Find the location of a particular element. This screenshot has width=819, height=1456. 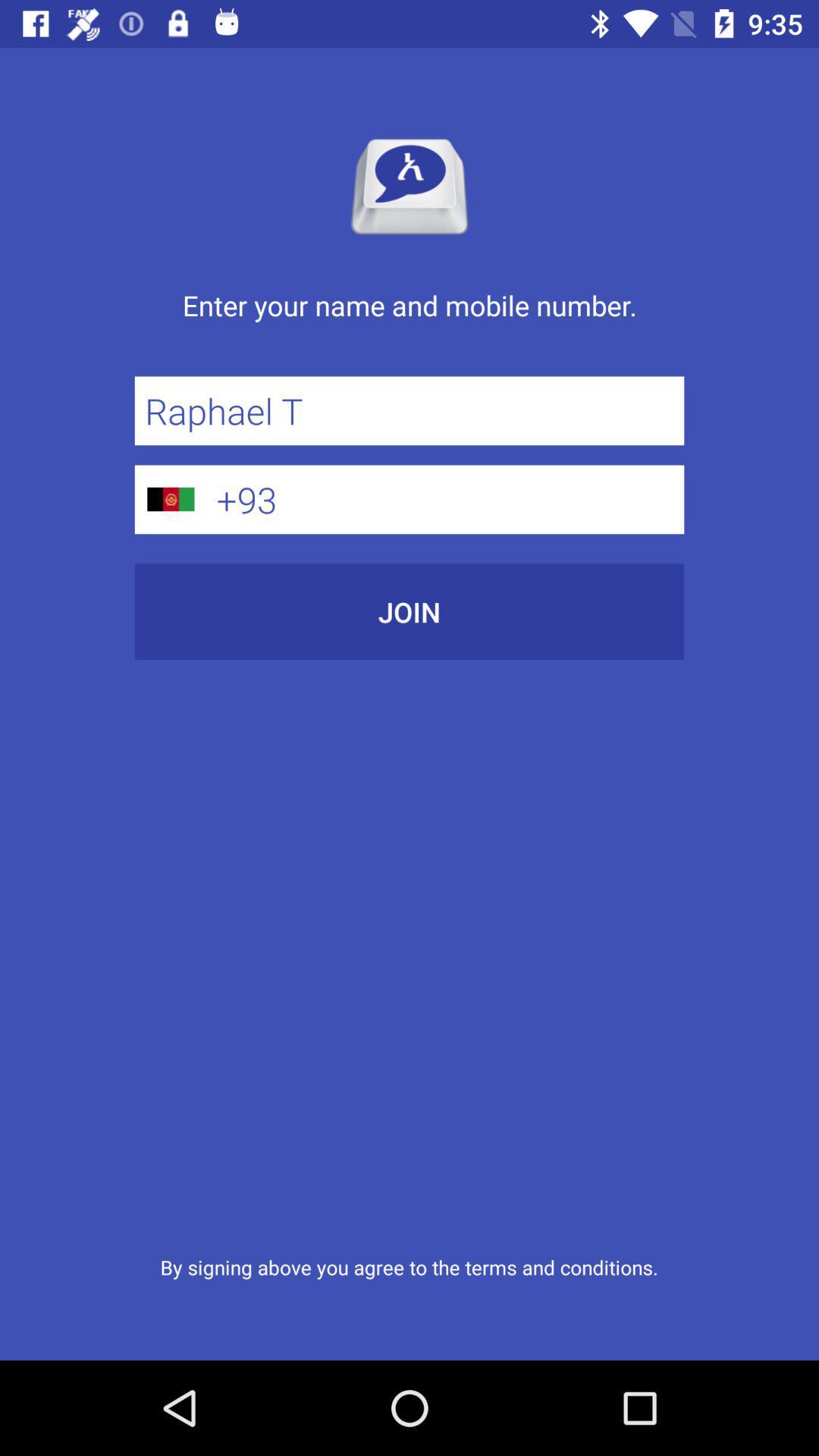

item below +93 item is located at coordinates (409, 611).